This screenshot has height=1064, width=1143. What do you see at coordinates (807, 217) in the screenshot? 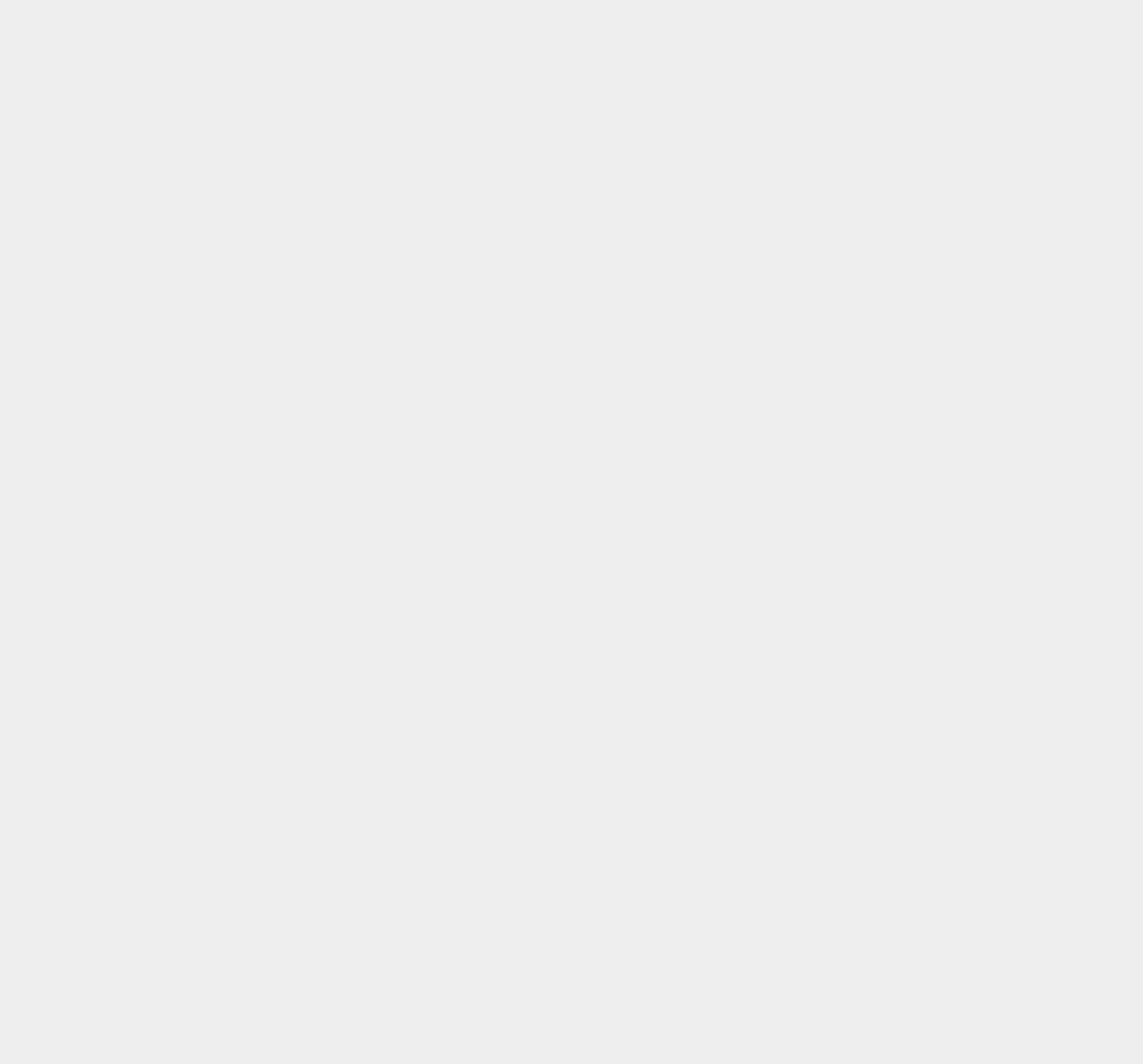
I see `'Android 6'` at bounding box center [807, 217].